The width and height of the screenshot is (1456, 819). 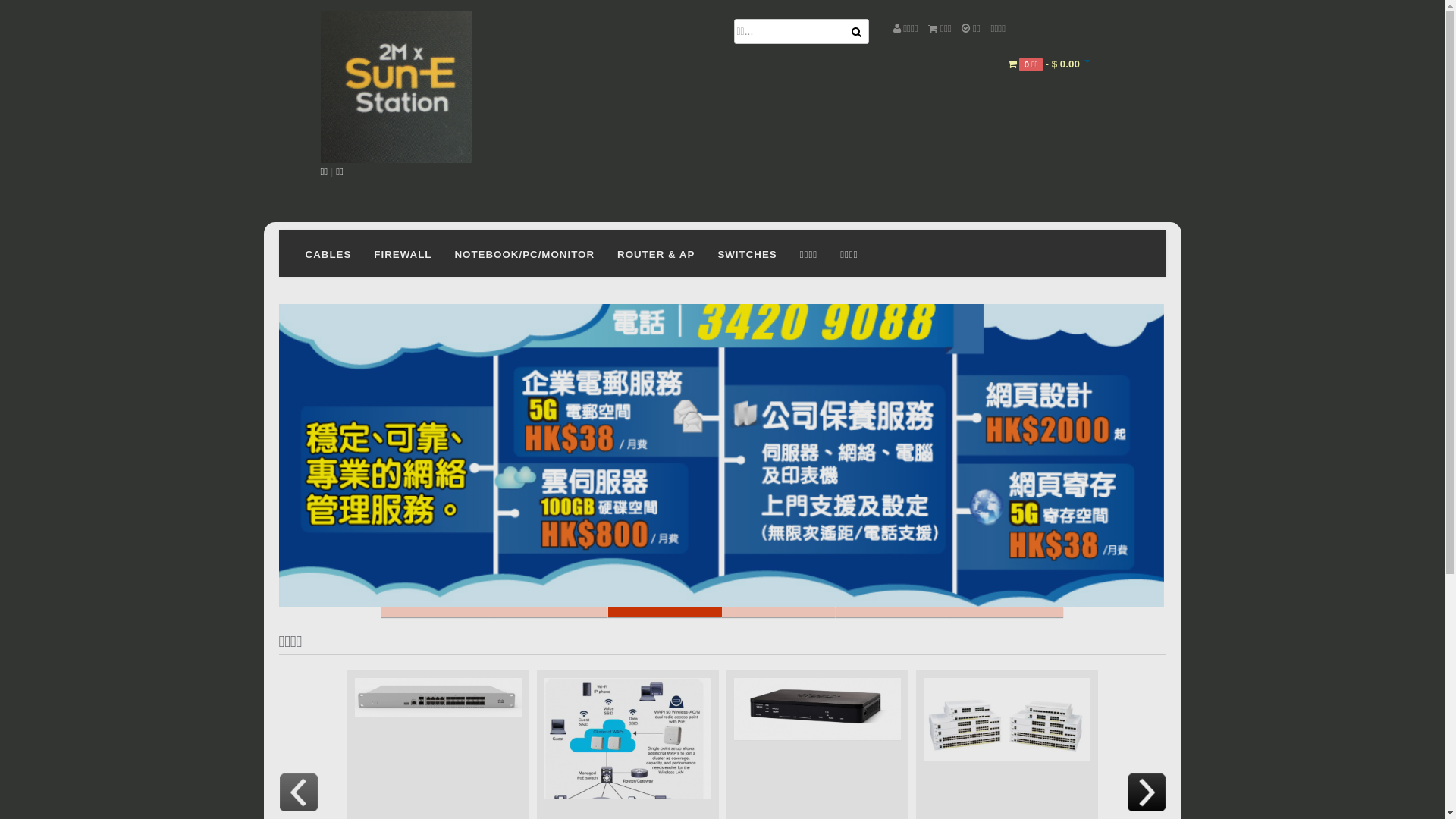 I want to click on 'CABLES', so click(x=328, y=253).